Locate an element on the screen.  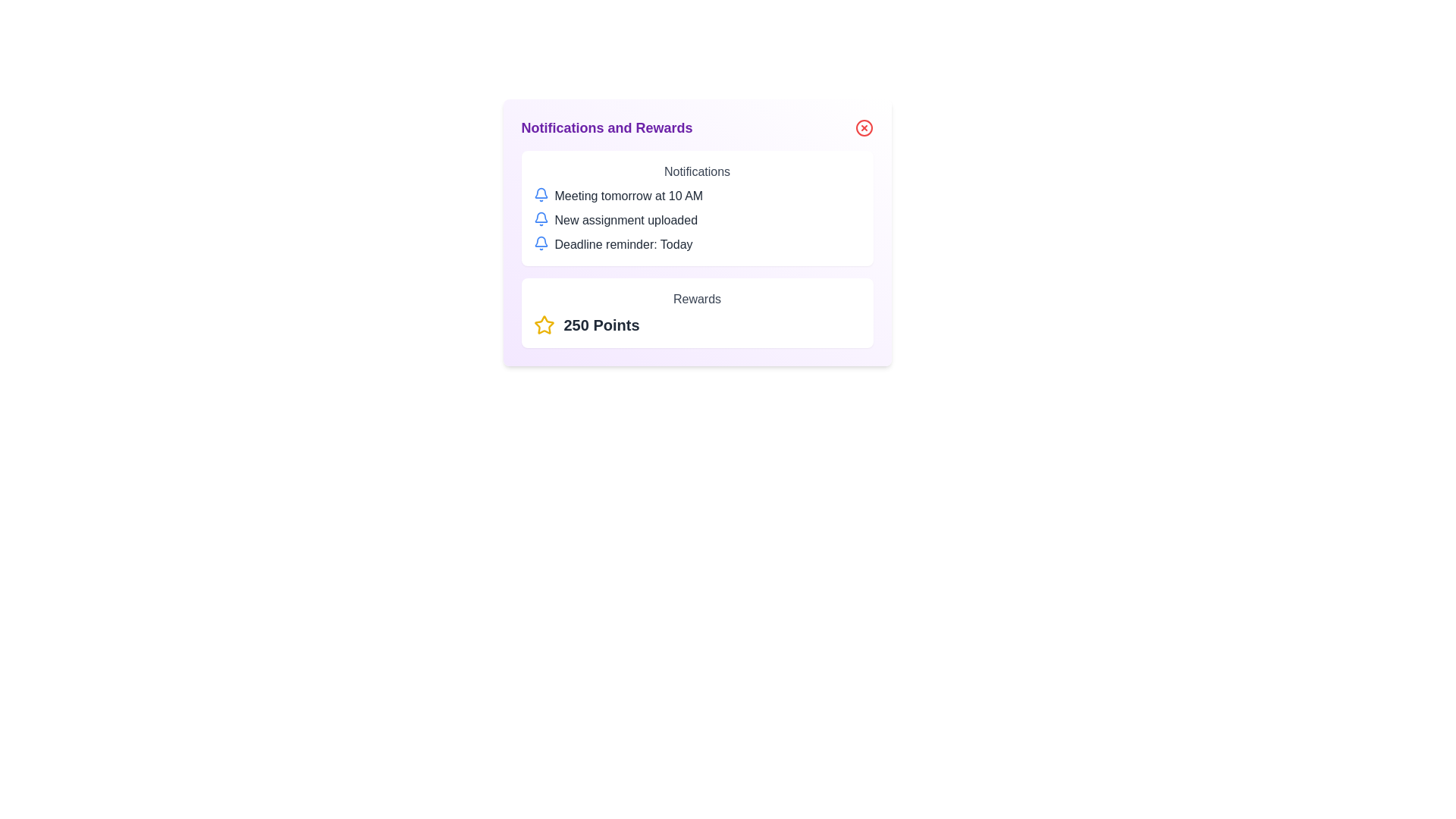
the yellow star icon with a hollow center that is part of the rewards section, located to the left of the text '250 Points' is located at coordinates (544, 324).